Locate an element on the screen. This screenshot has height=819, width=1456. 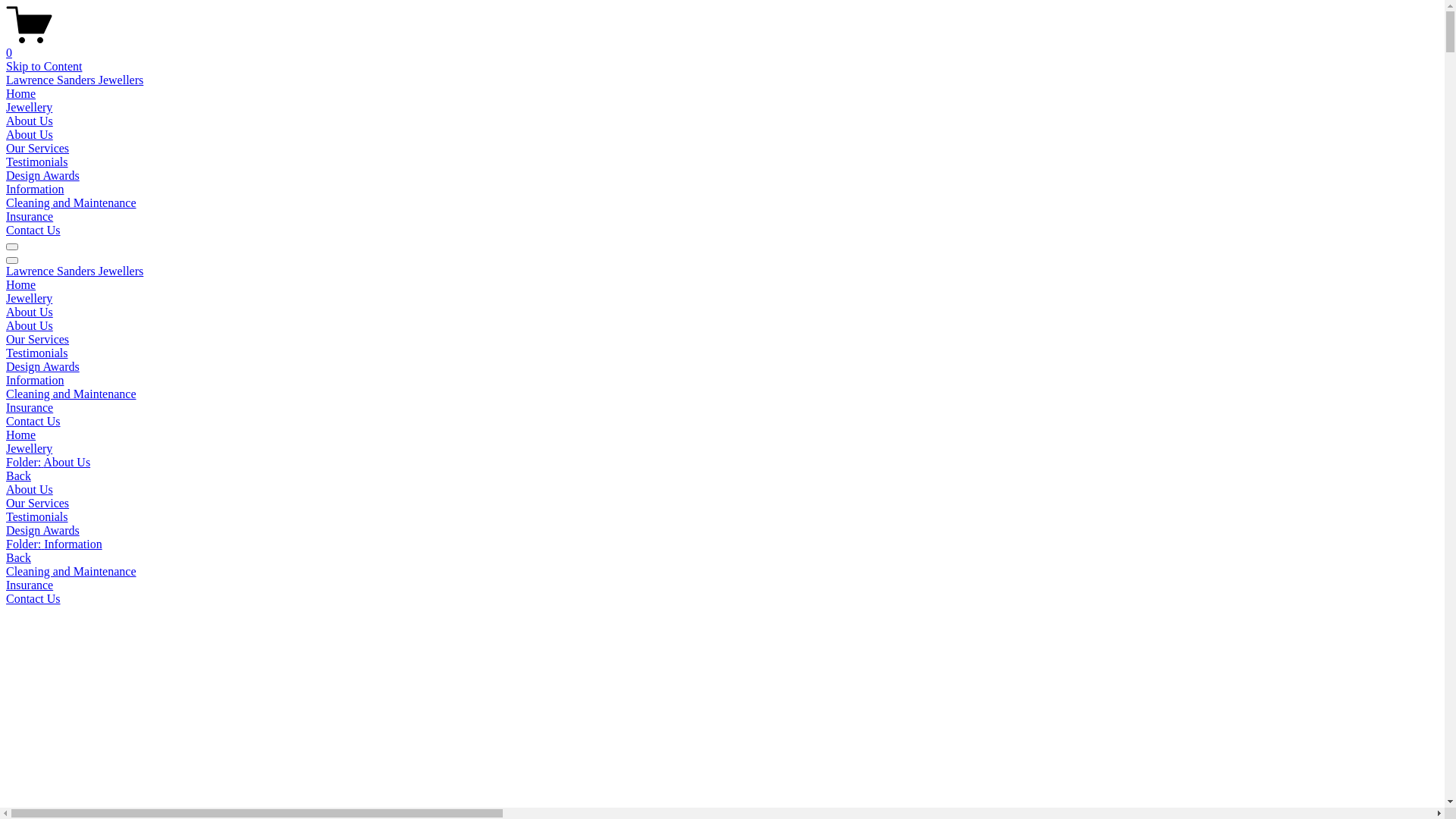
'About Us' is located at coordinates (6, 325).